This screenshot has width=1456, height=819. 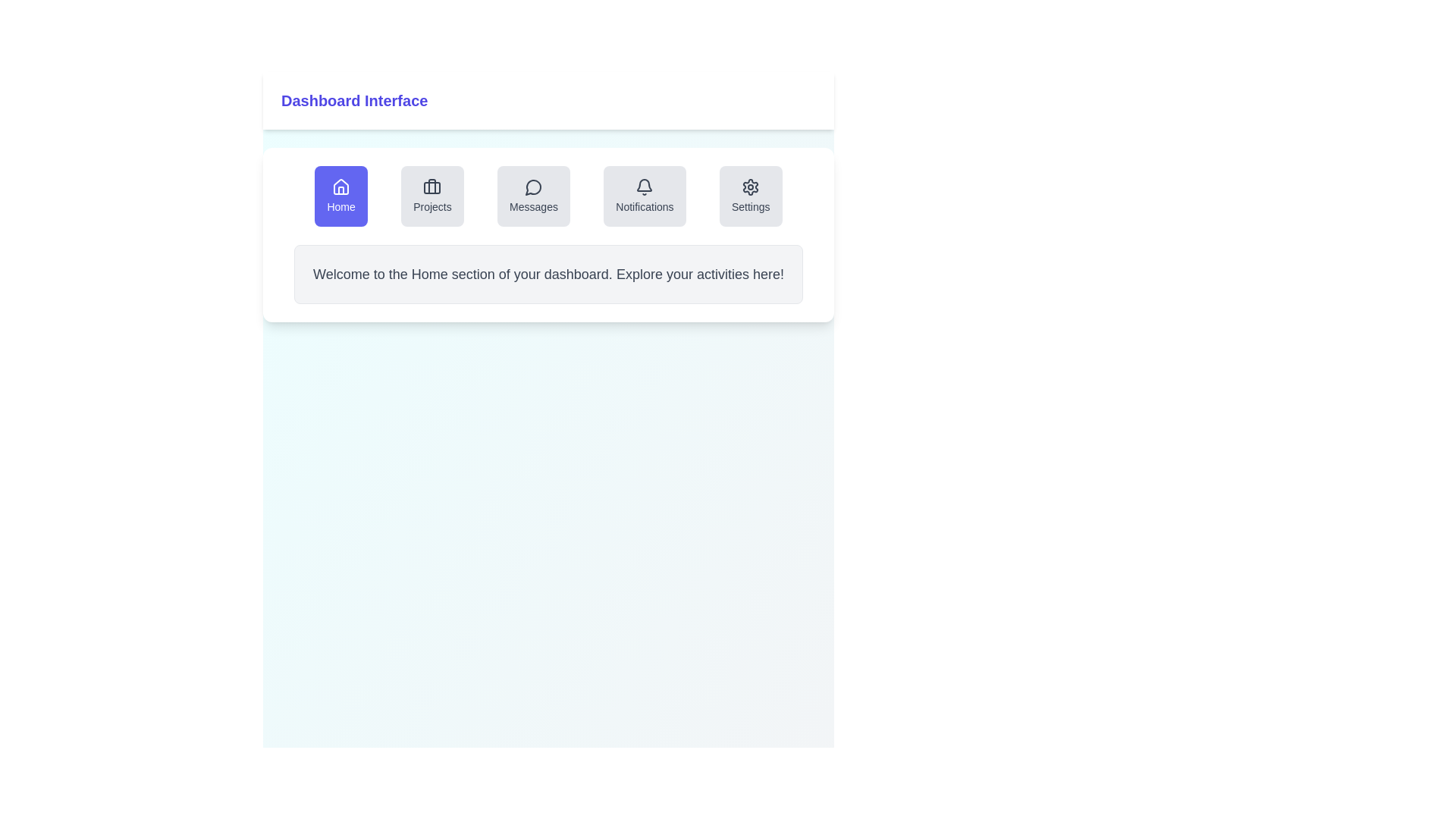 What do you see at coordinates (431, 186) in the screenshot?
I see `the left rectangular component of the briefcase icon in the navigation menu` at bounding box center [431, 186].